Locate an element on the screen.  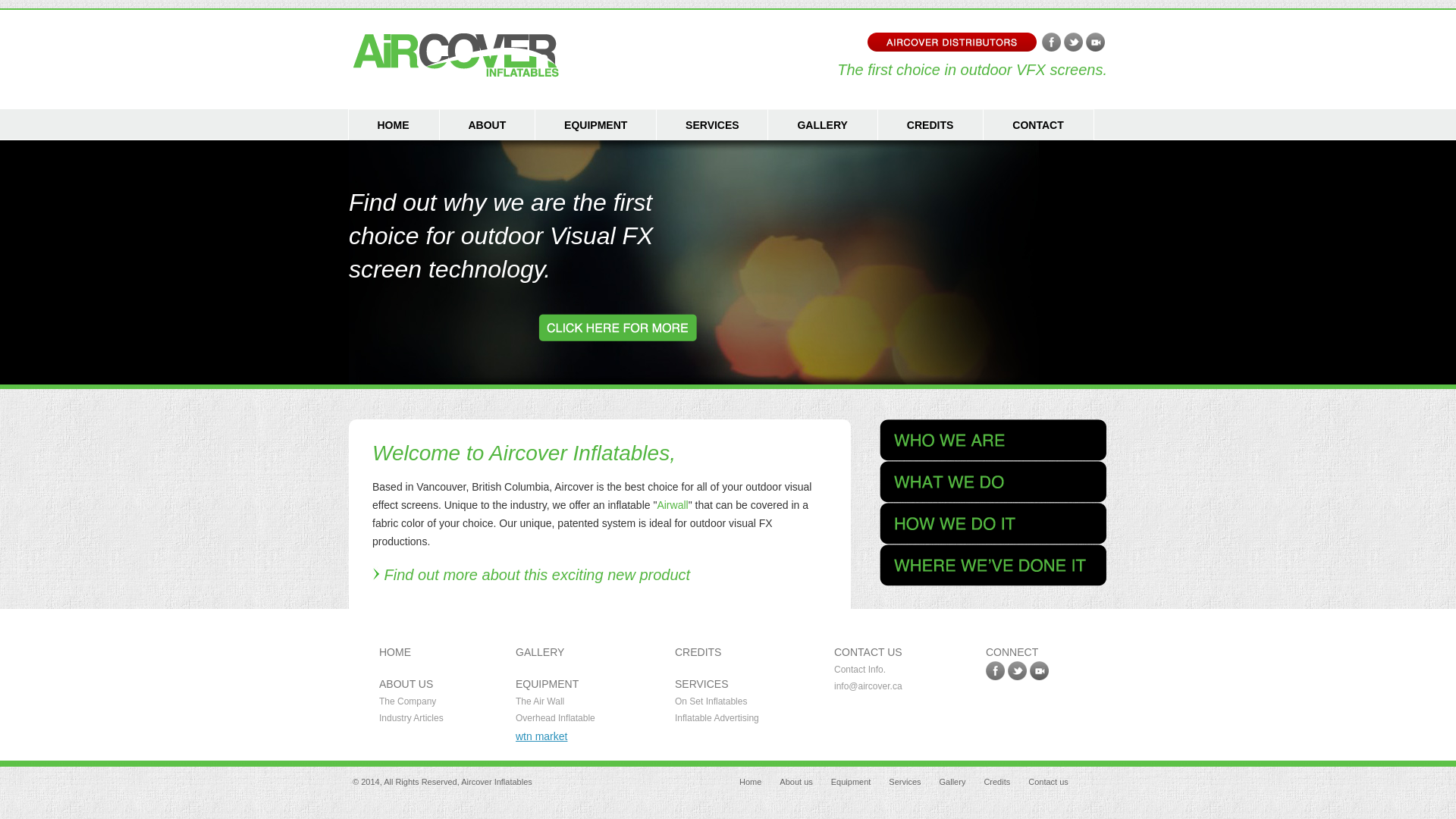
'Contact us' is located at coordinates (1043, 781).